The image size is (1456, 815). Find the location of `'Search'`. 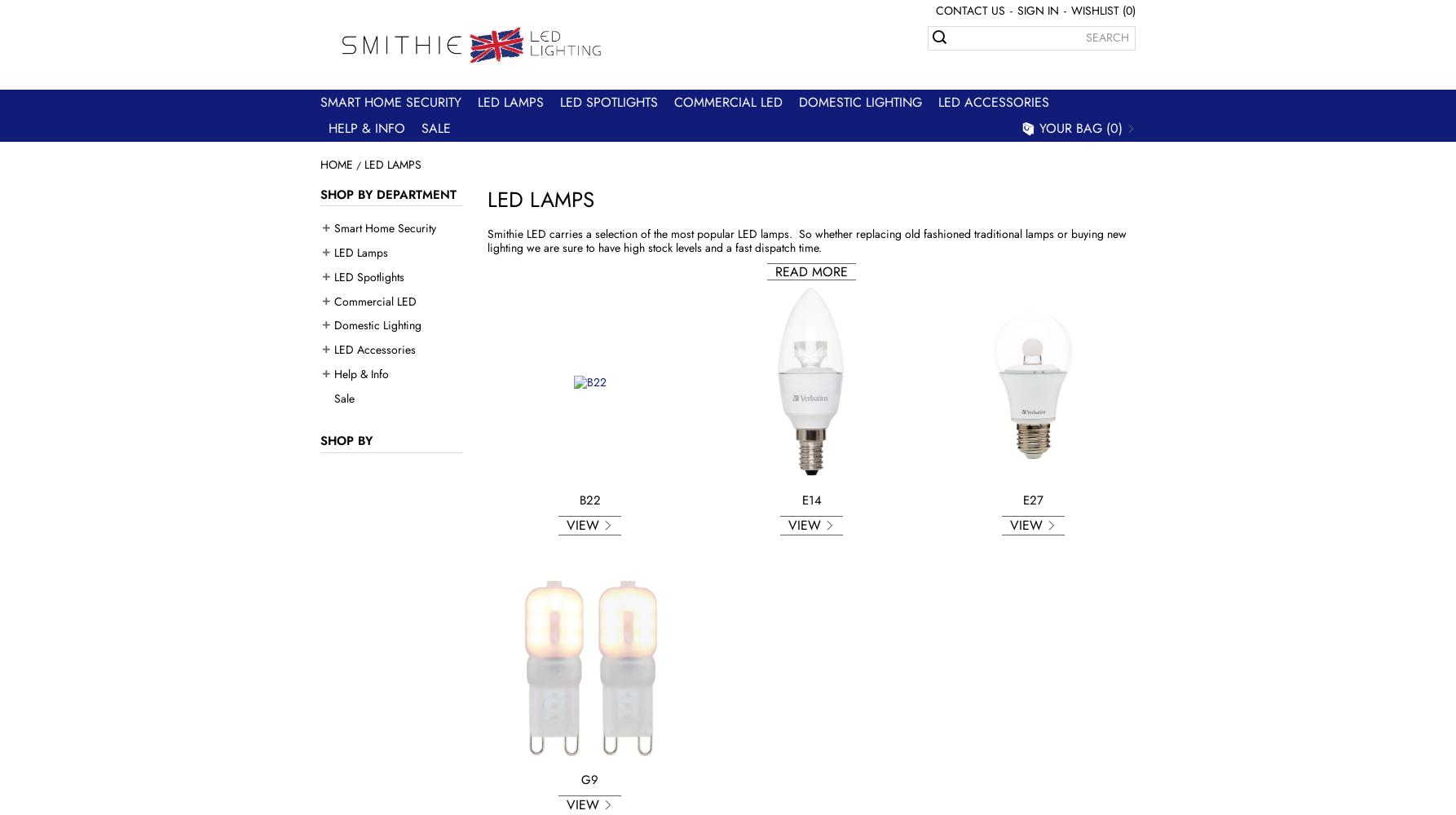

'Search' is located at coordinates (1106, 37).